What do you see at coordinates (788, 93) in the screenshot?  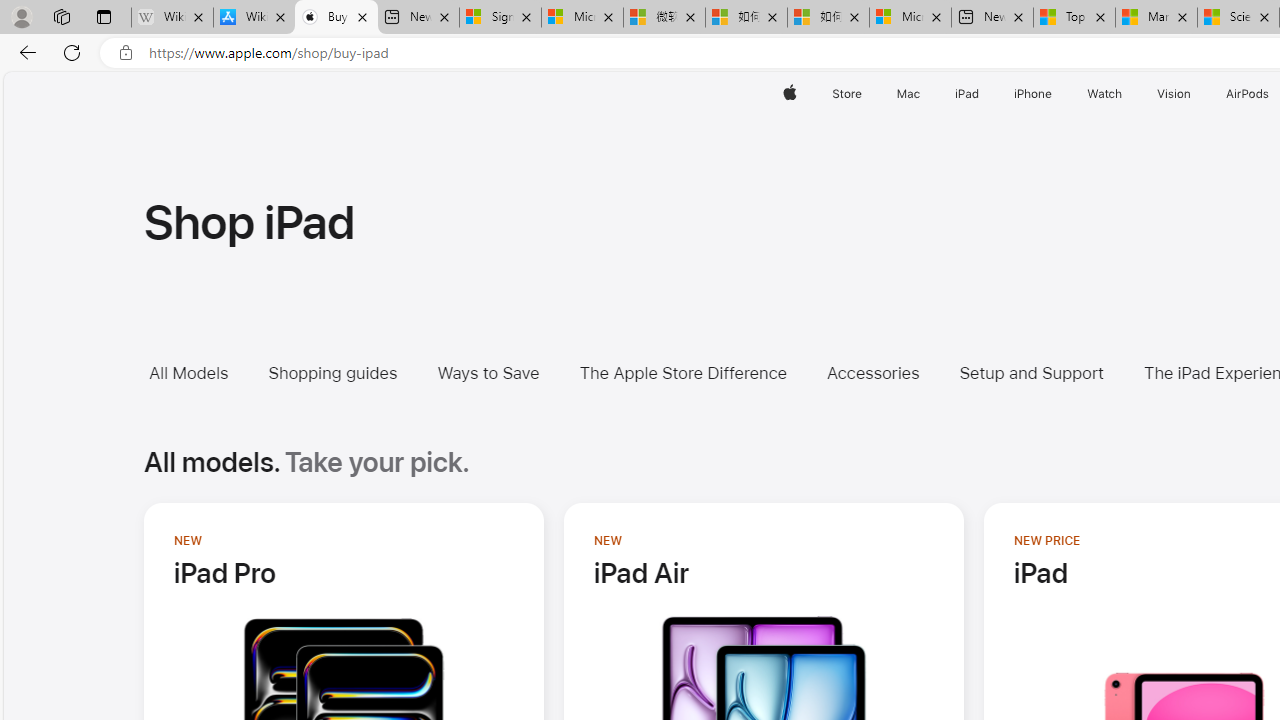 I see `'Apple'` at bounding box center [788, 93].